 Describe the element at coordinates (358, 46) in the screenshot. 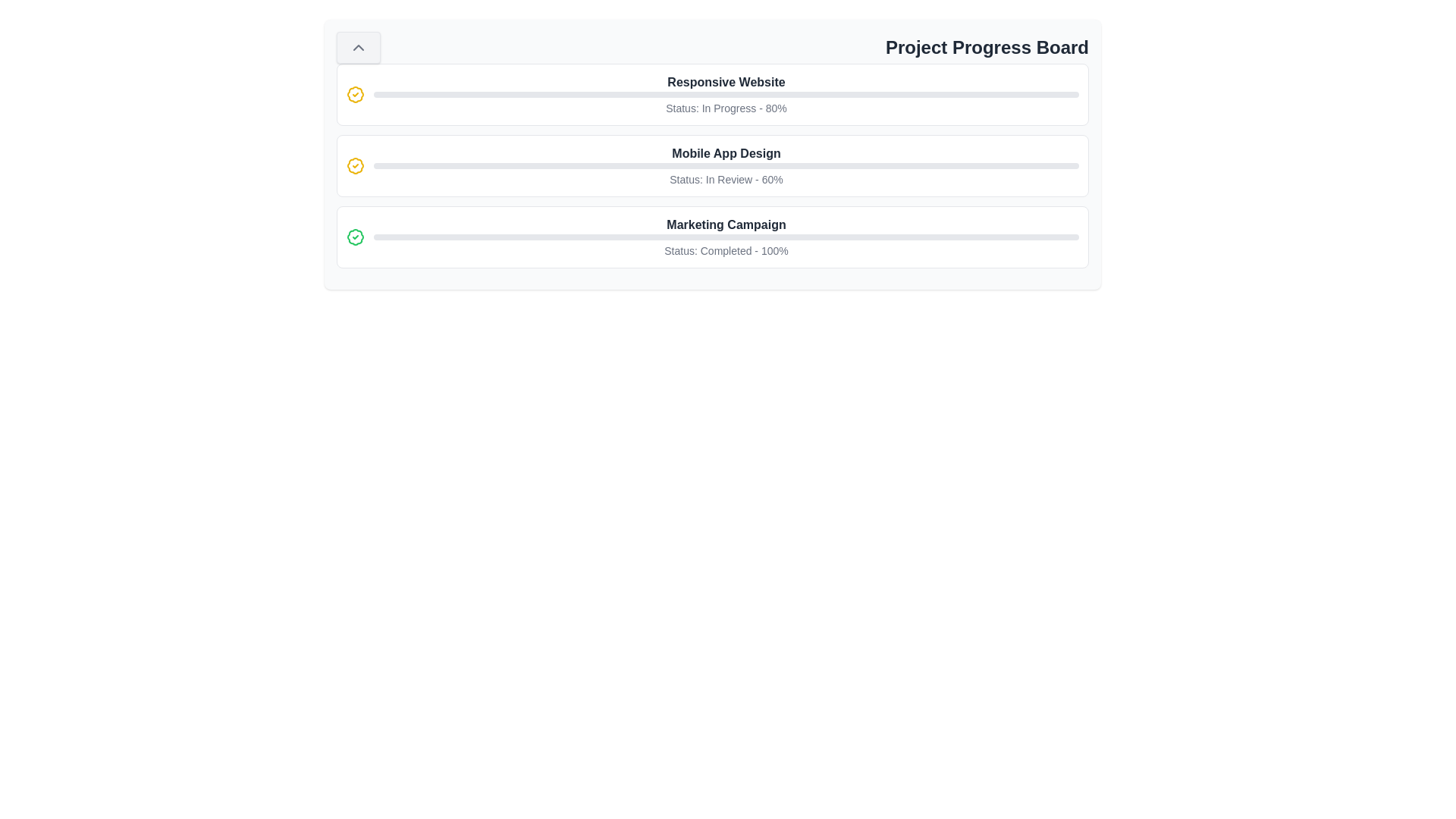

I see `the toggle button located in the upper-left corner of the 'Project Progress Board' section` at that location.